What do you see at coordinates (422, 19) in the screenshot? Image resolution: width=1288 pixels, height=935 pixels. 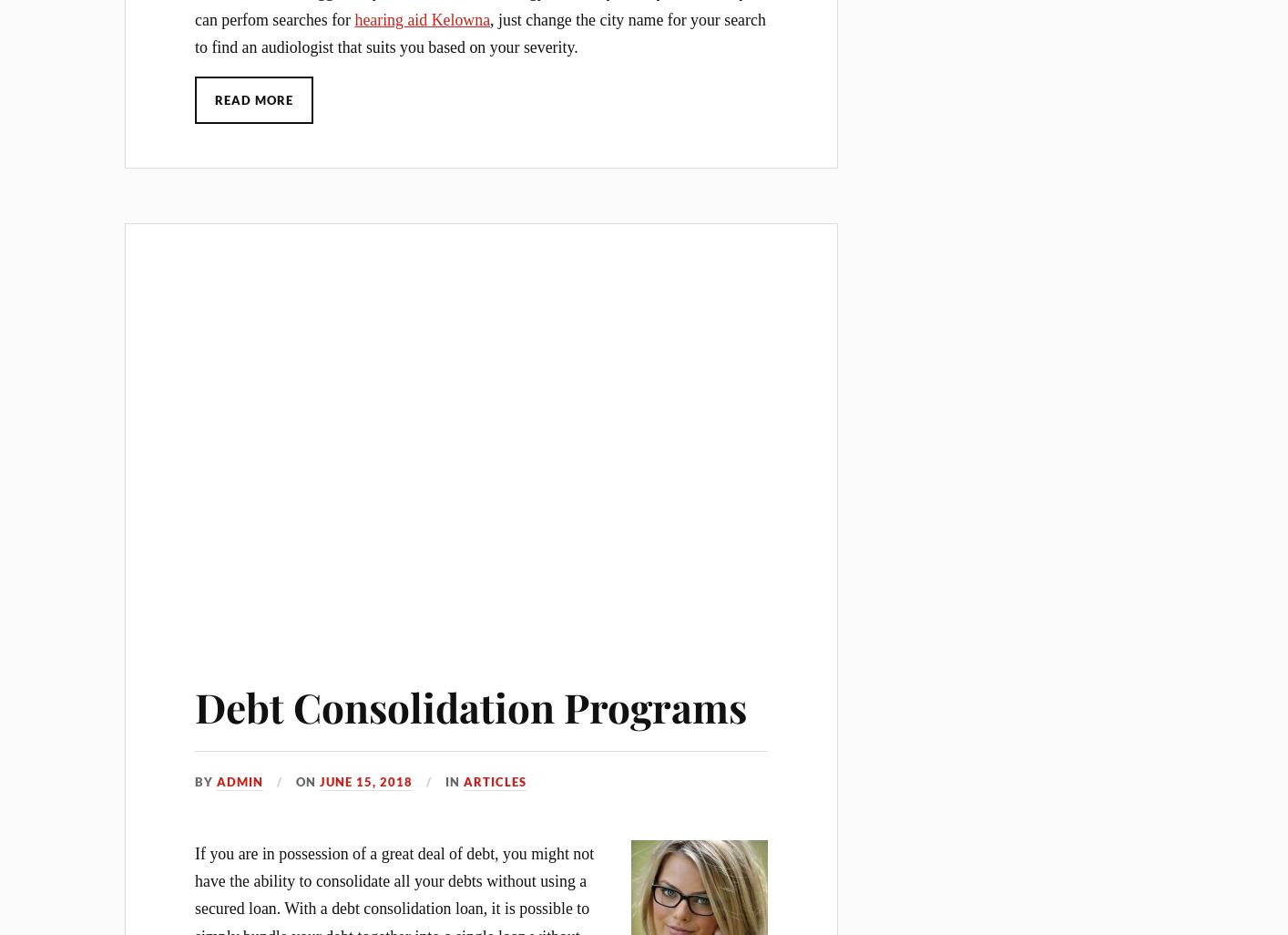 I see `'hearing aid Kelowna'` at bounding box center [422, 19].